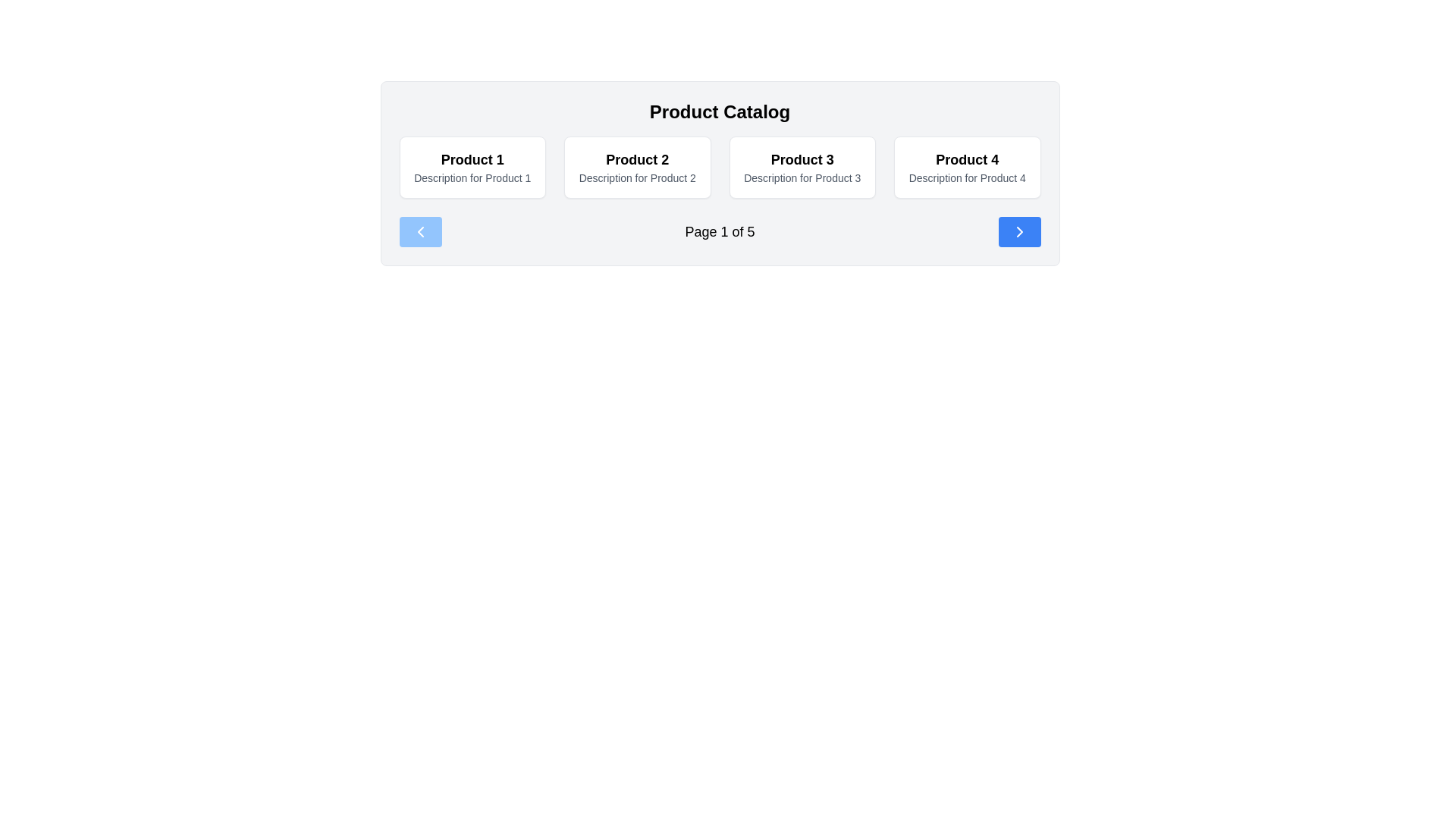  Describe the element at coordinates (420, 231) in the screenshot. I see `the backward navigation button located on the left side, near the center of the 'Page 1 of 5' label` at that location.